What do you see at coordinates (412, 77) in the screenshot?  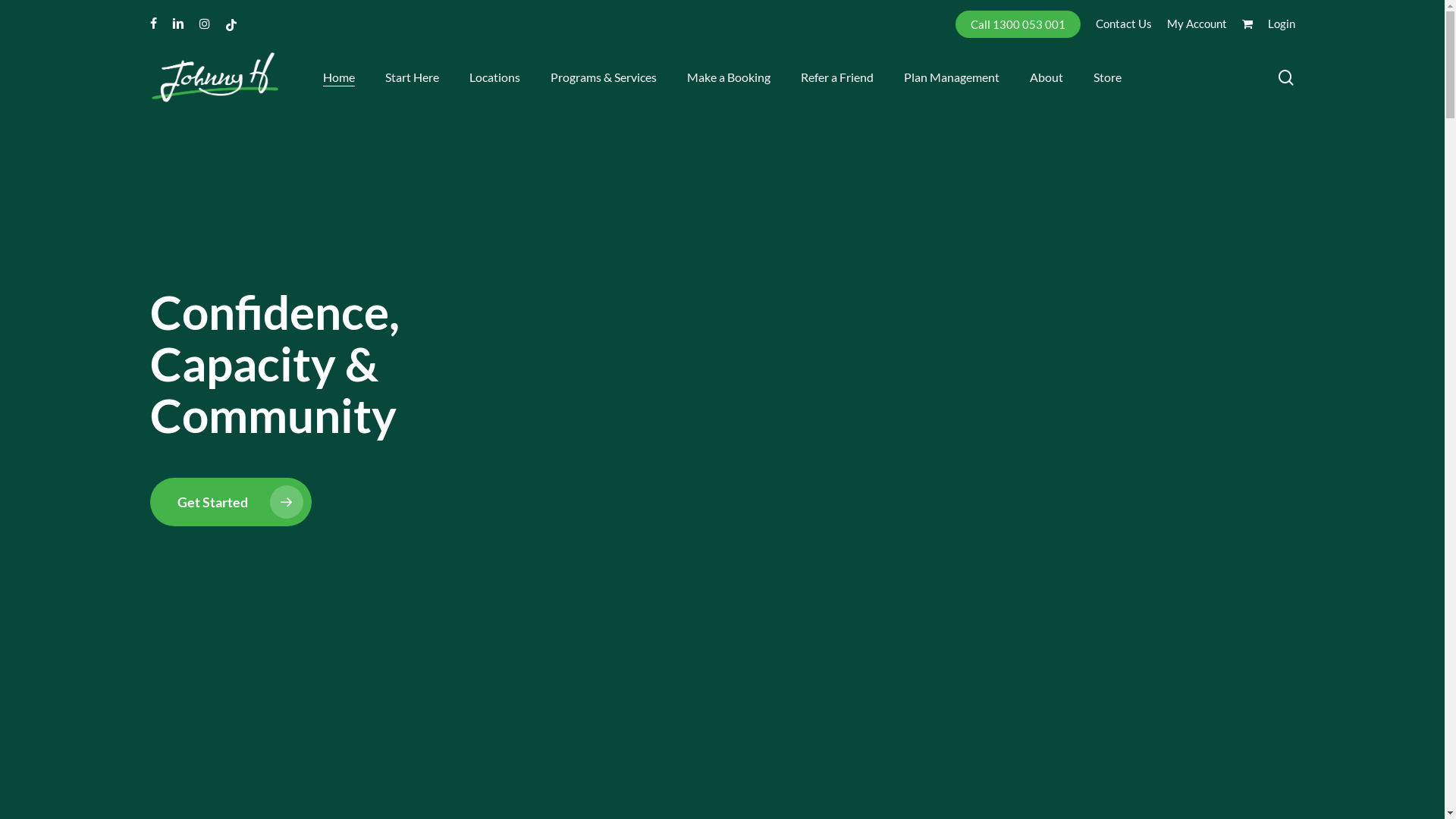 I see `'Start Here'` at bounding box center [412, 77].